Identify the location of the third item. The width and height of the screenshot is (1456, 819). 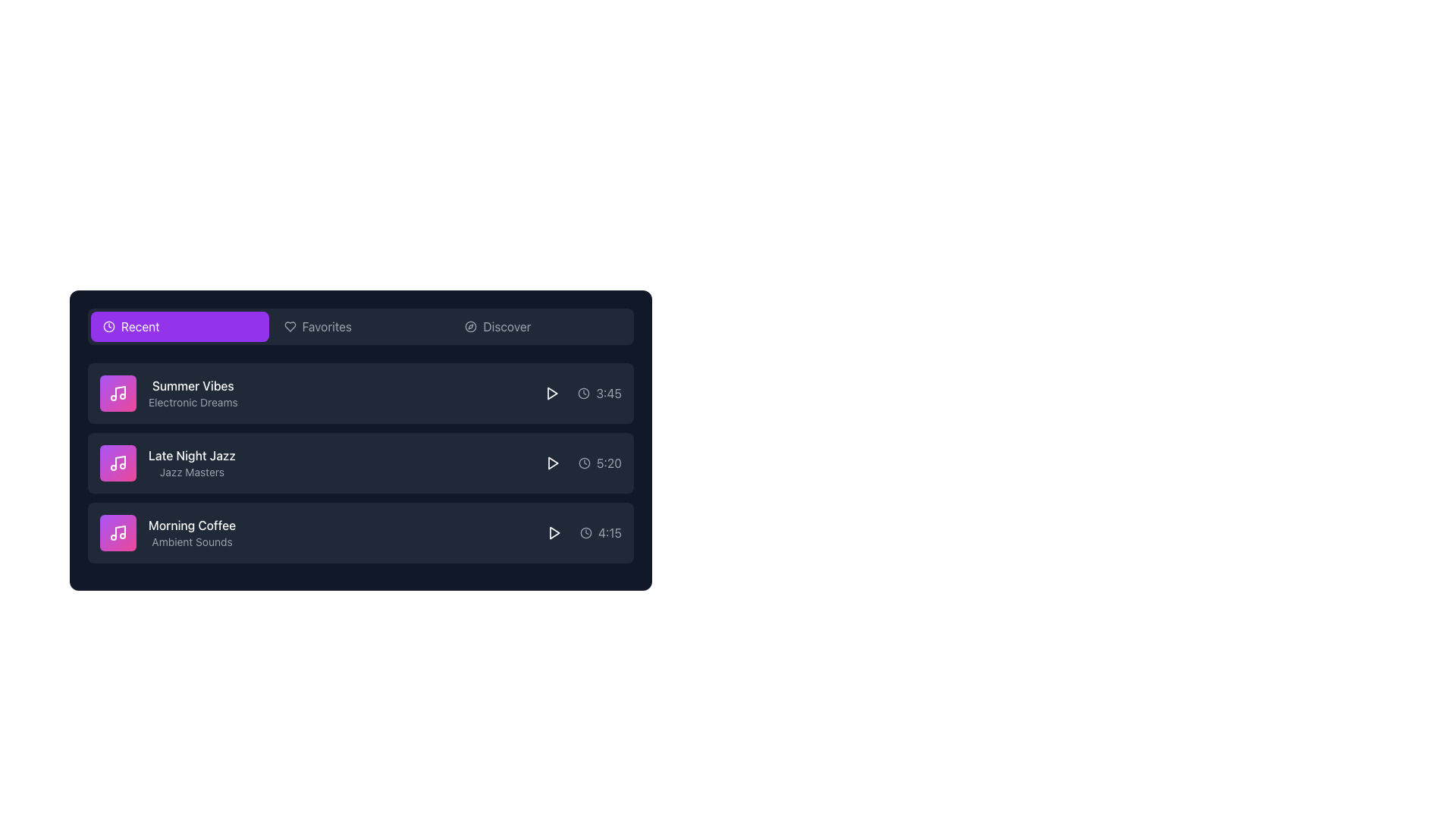
(191, 532).